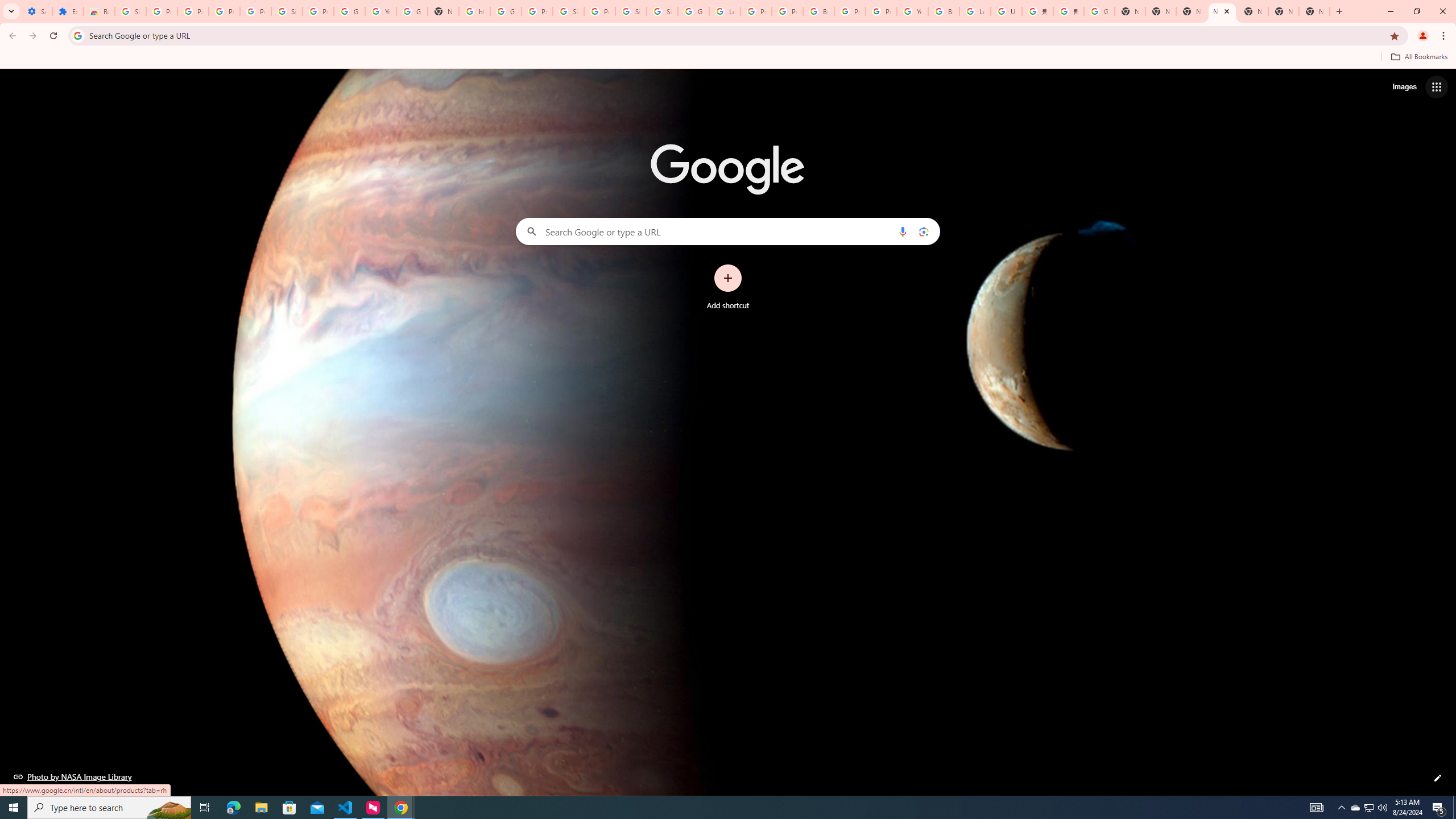 This screenshot has height=819, width=1456. I want to click on 'Google Images', so click(1099, 11).